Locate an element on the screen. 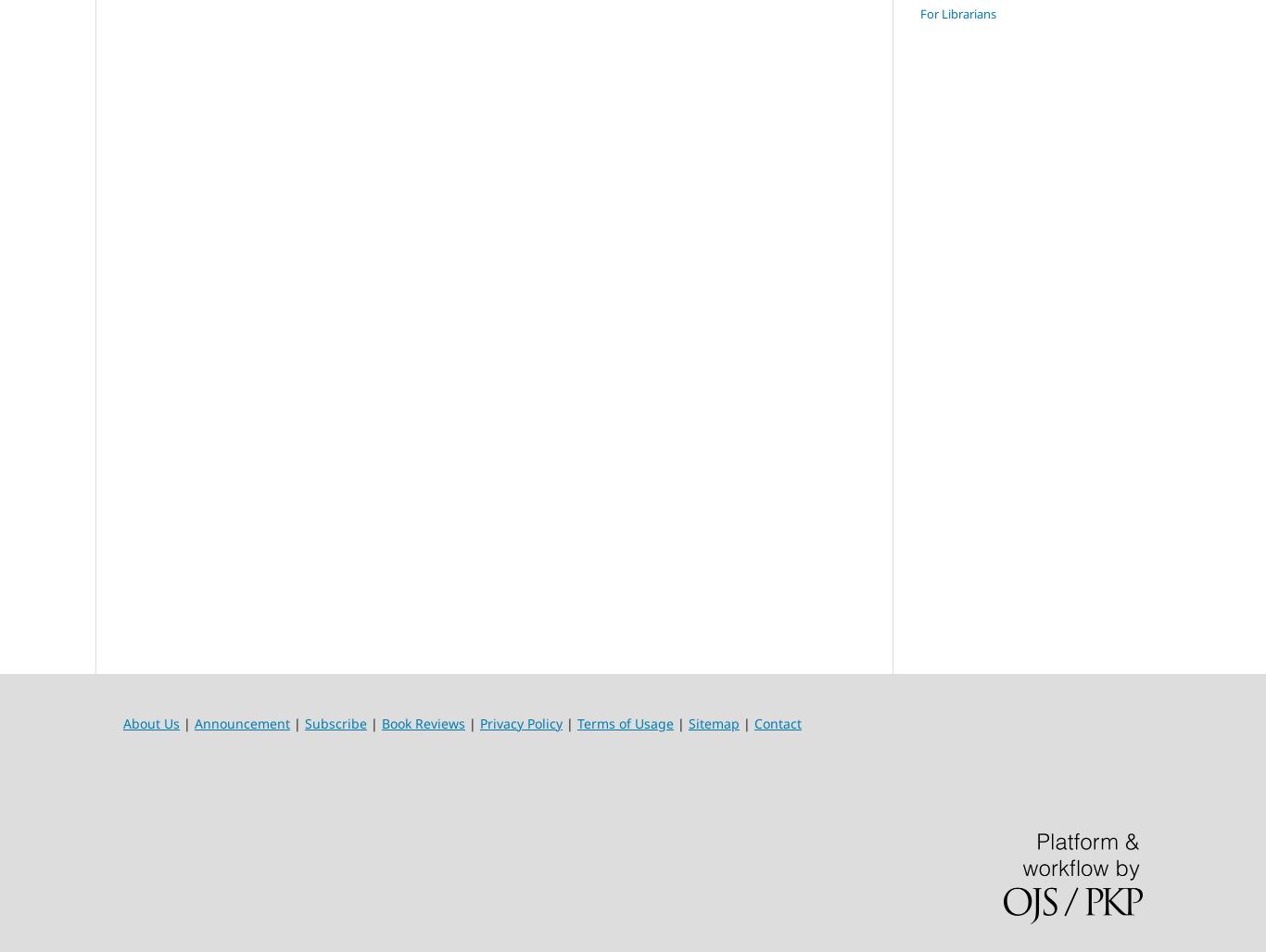 The height and width of the screenshot is (952, 1266). 'Book Reviews' is located at coordinates (424, 722).